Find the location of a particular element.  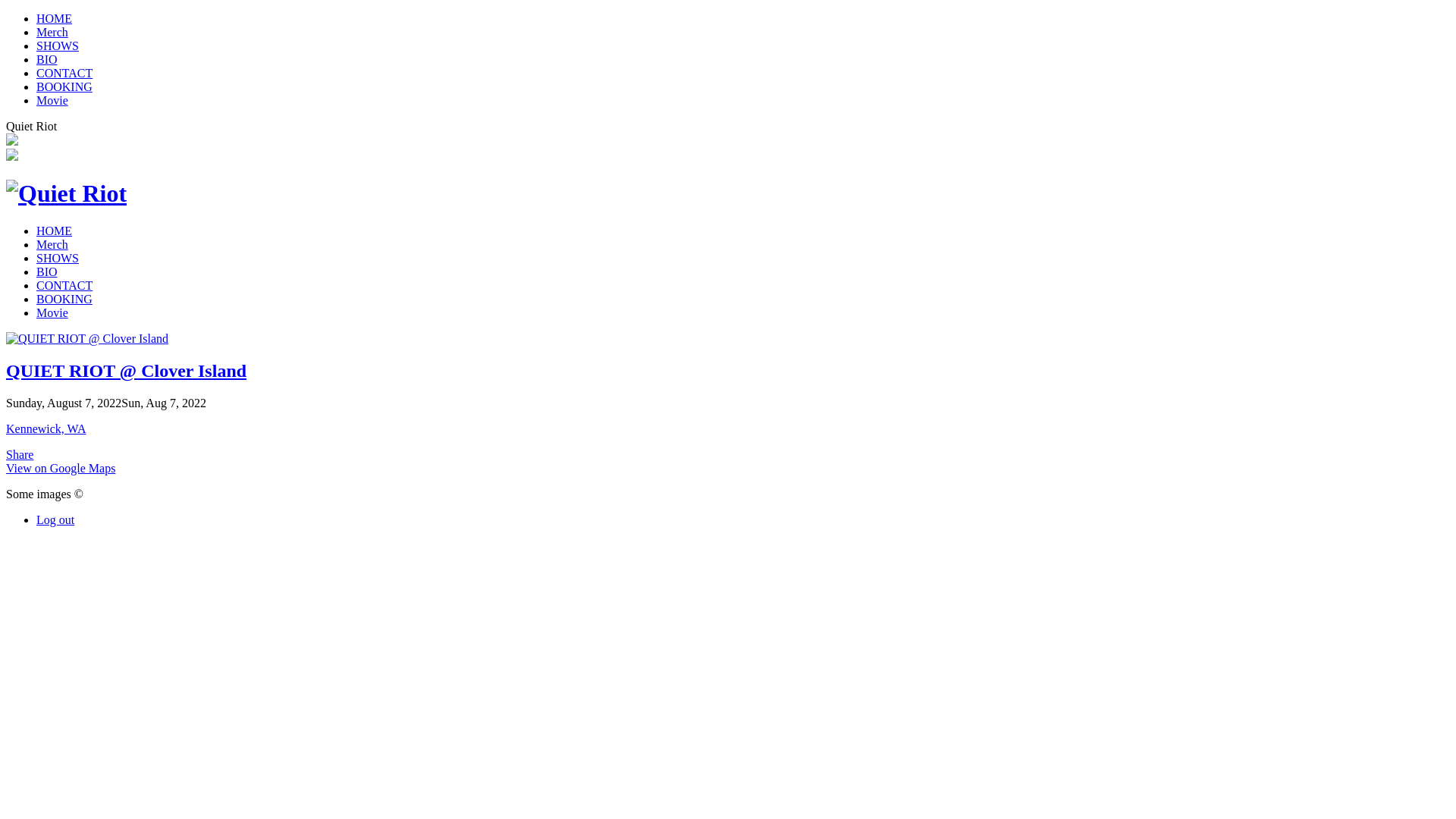

'QUIET RIOT @ Clover Island' is located at coordinates (86, 337).